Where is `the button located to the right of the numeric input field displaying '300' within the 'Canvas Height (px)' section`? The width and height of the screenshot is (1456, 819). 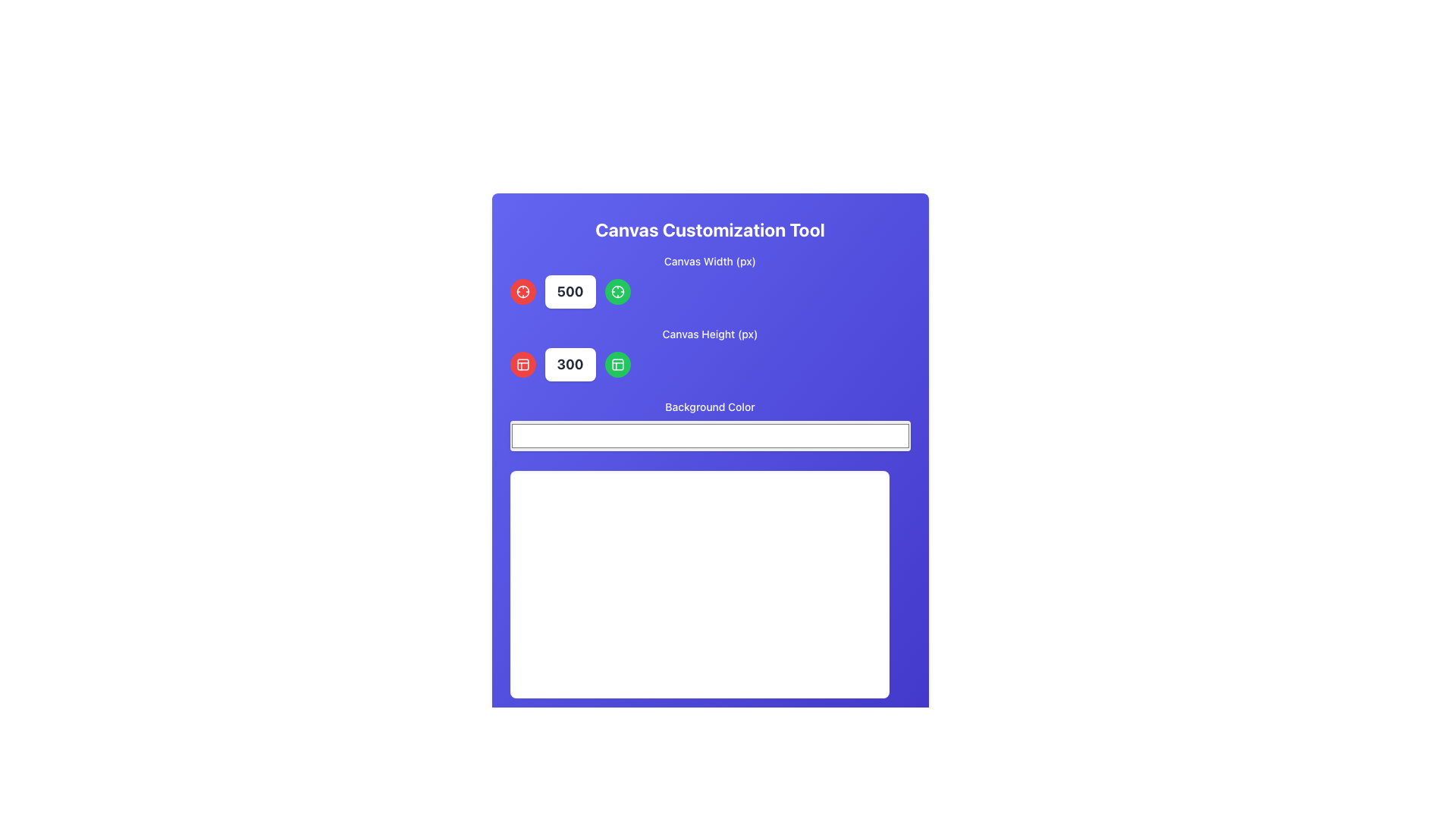
the button located to the right of the numeric input field displaying '300' within the 'Canvas Height (px)' section is located at coordinates (617, 365).